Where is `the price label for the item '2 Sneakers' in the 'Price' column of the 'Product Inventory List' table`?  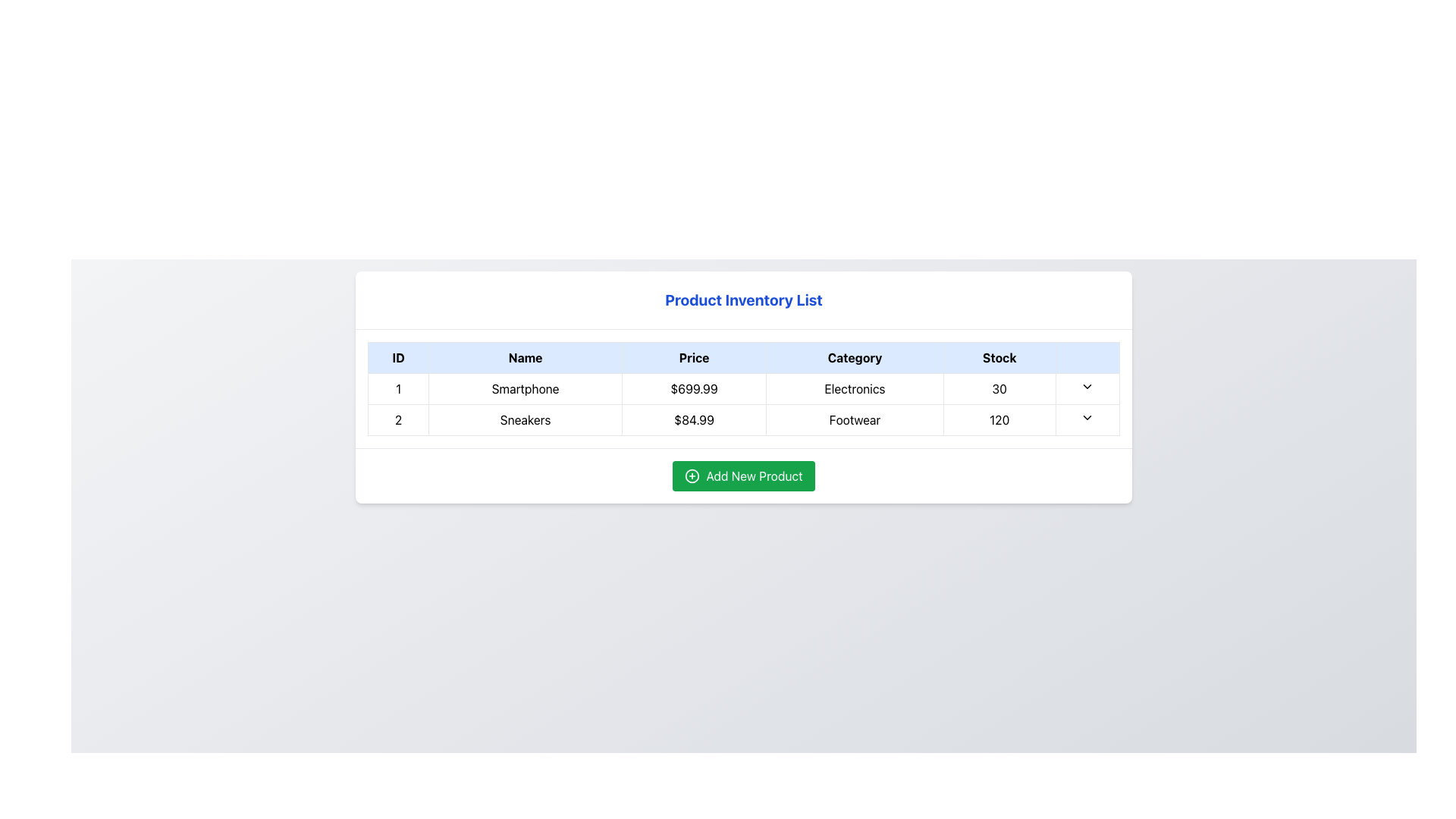 the price label for the item '2 Sneakers' in the 'Price' column of the 'Product Inventory List' table is located at coordinates (693, 420).